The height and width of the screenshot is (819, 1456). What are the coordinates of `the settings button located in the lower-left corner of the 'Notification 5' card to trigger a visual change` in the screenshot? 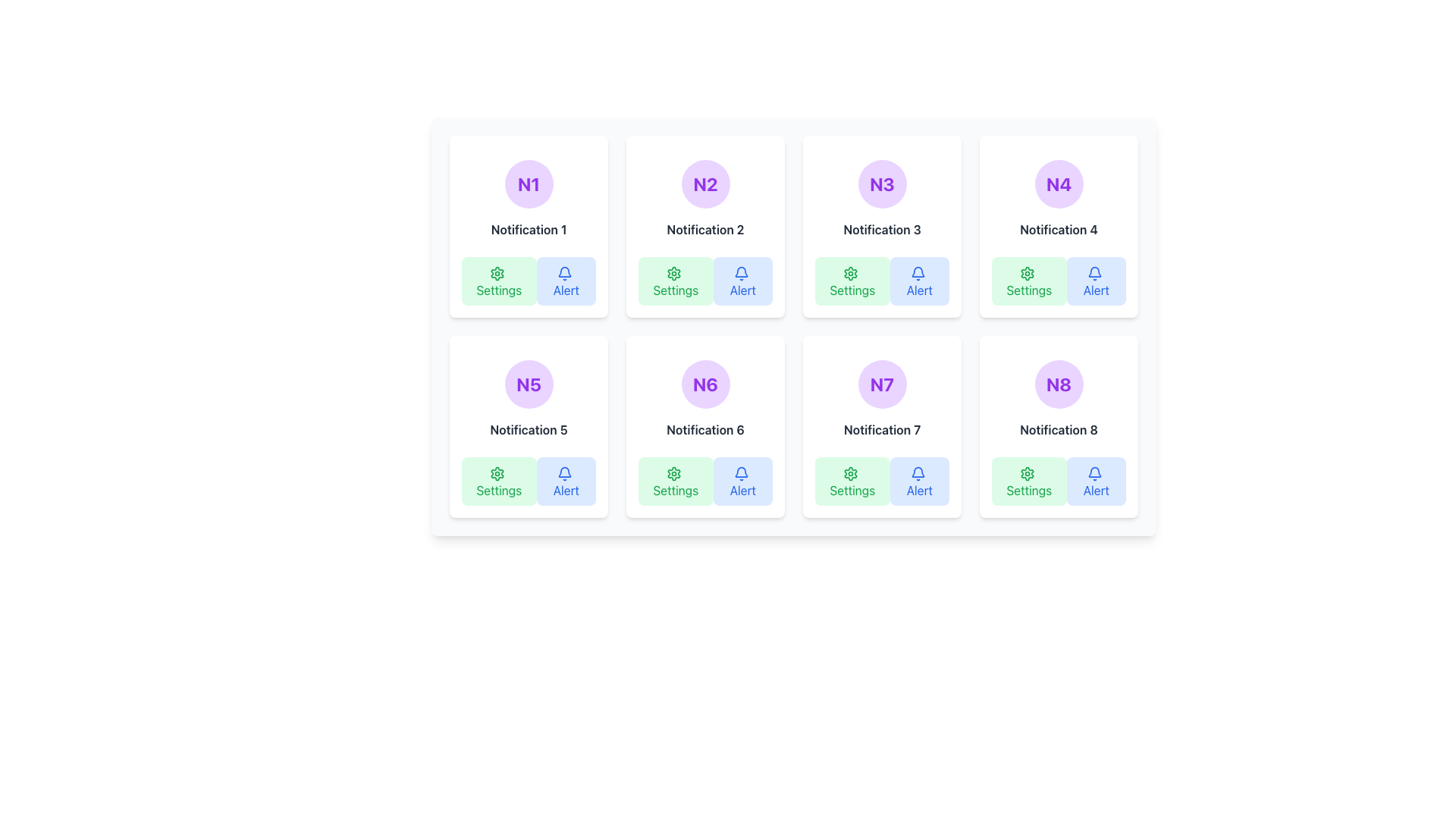 It's located at (499, 482).